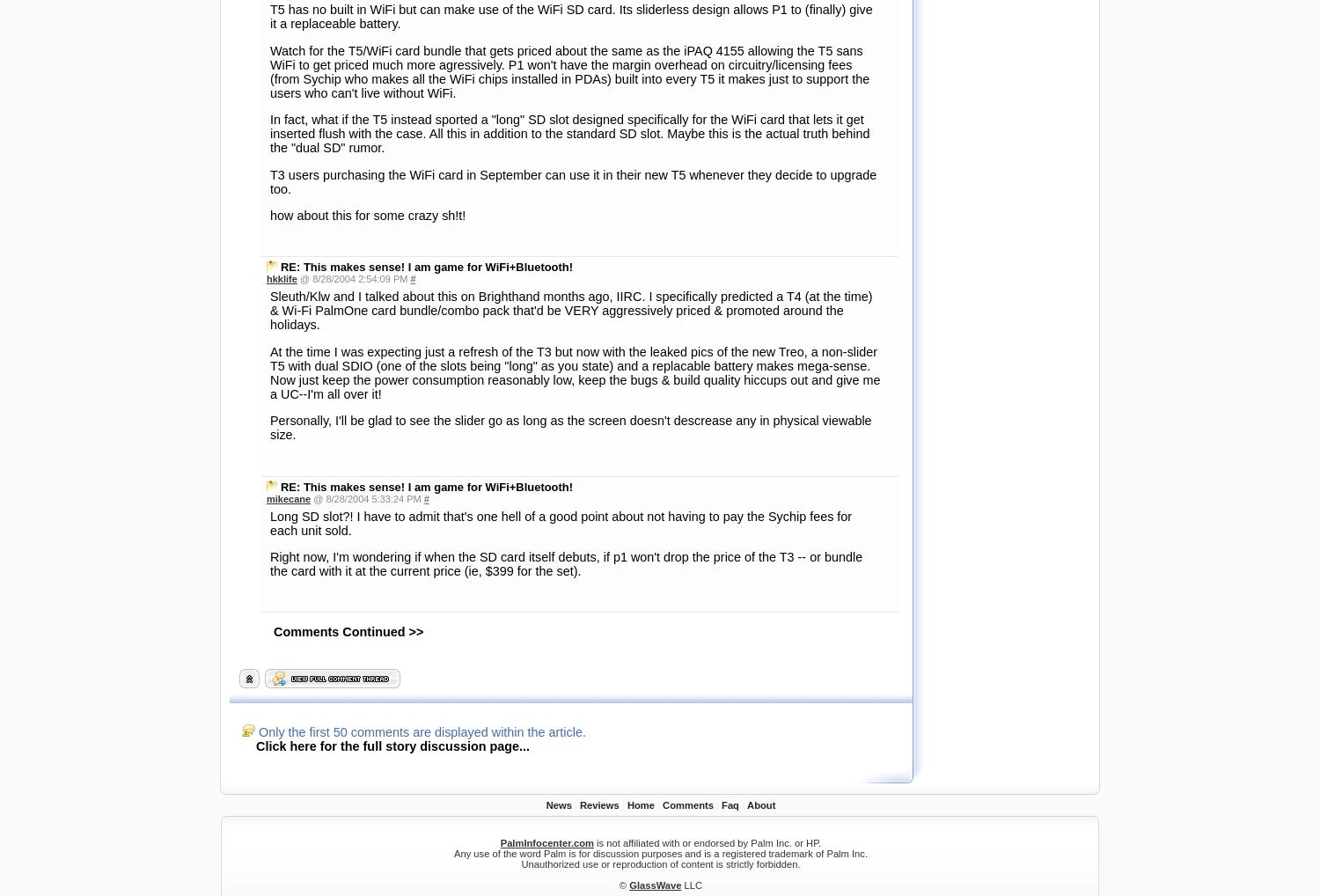  Describe the element at coordinates (348, 138) in the screenshot. I see `'Comments Continued >>'` at that location.